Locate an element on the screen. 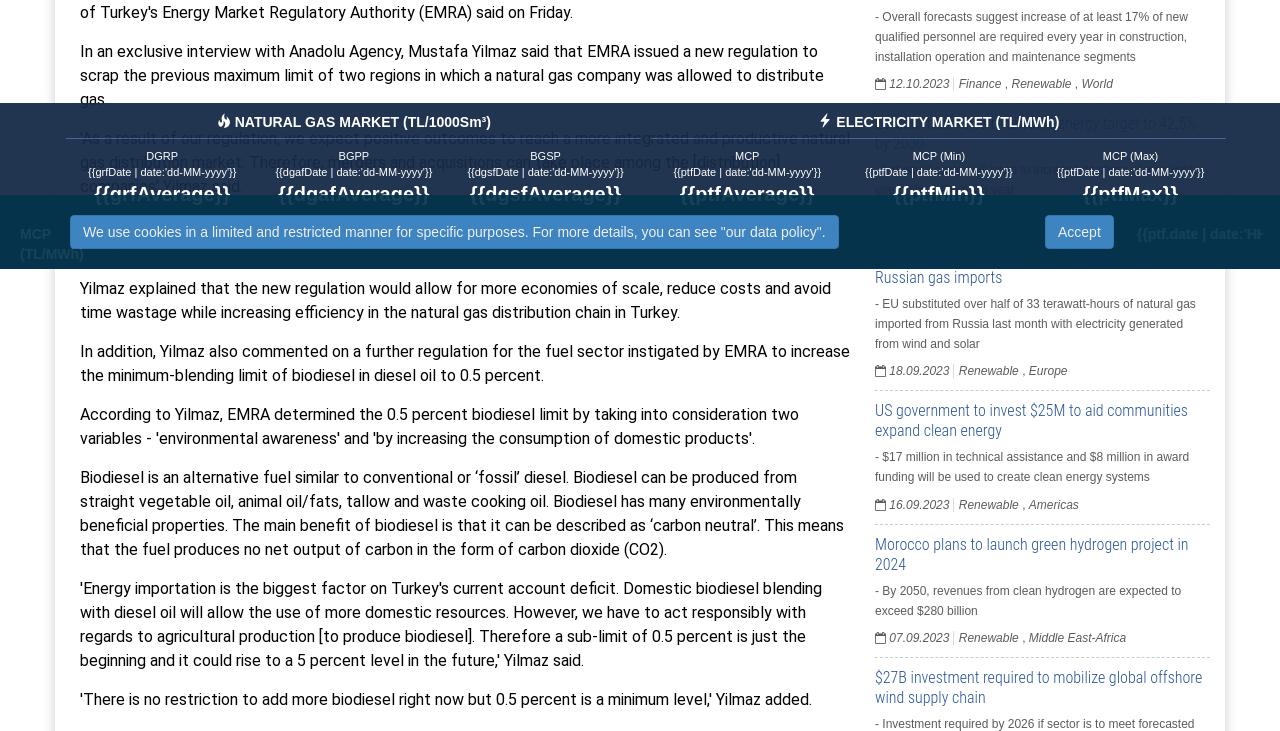 The width and height of the screenshot is (1280, 731). 'Biodiesel is an alternative fuel similar to conventional or ‘fossil’ diesel. Biodiesel can be produced from straight vegetable oil, animal oil/fats, tallow and waste cooking oil. Biodiesel has many environmentally beneficial properties. The main benefit of biodiesel is that it can be described as ‘carbon neutral’. This means that the fuel produces no net output of carbon in the form of carbon dioxide (CO2).' is located at coordinates (460, 511).